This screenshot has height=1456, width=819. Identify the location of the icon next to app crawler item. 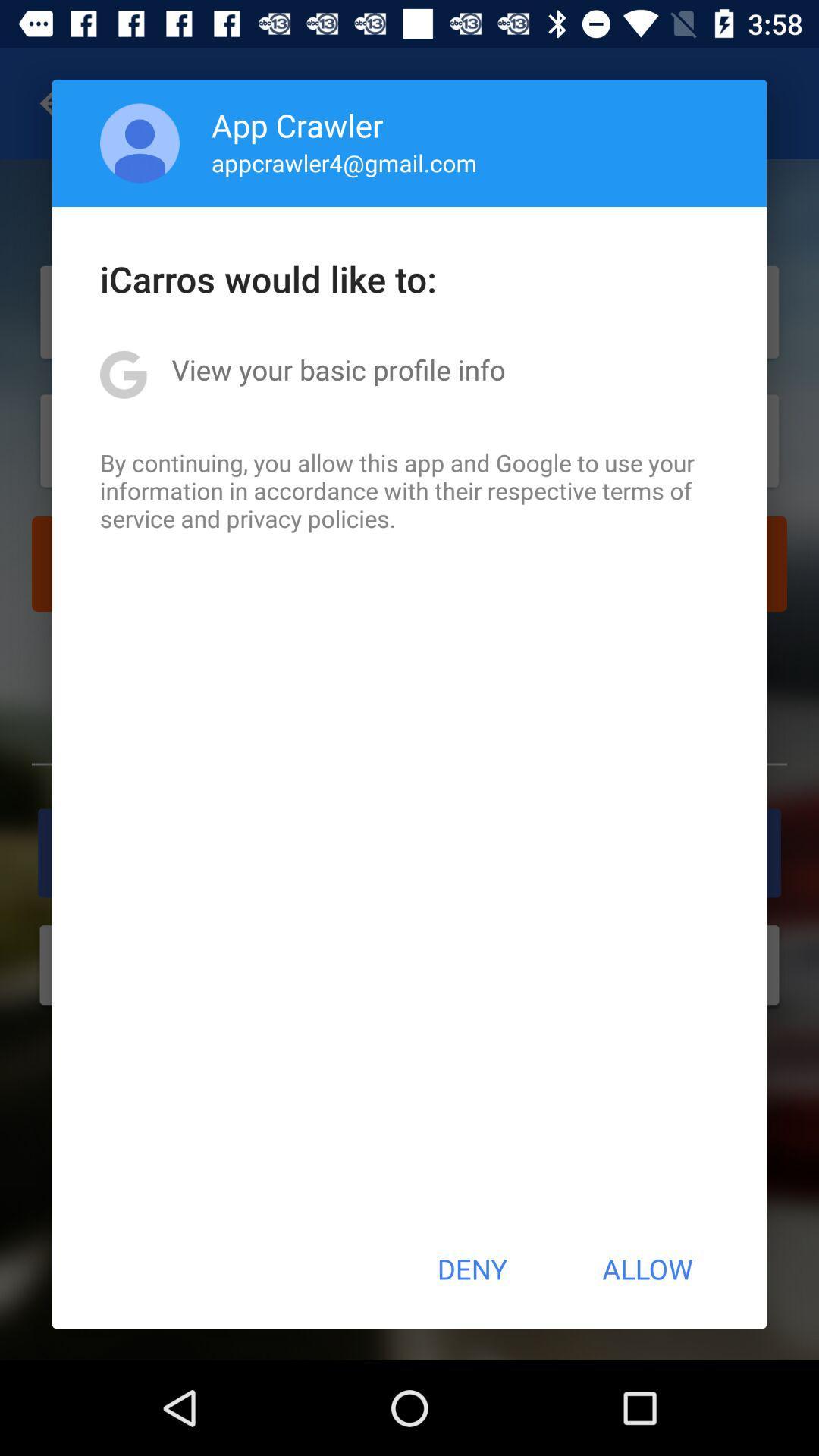
(140, 143).